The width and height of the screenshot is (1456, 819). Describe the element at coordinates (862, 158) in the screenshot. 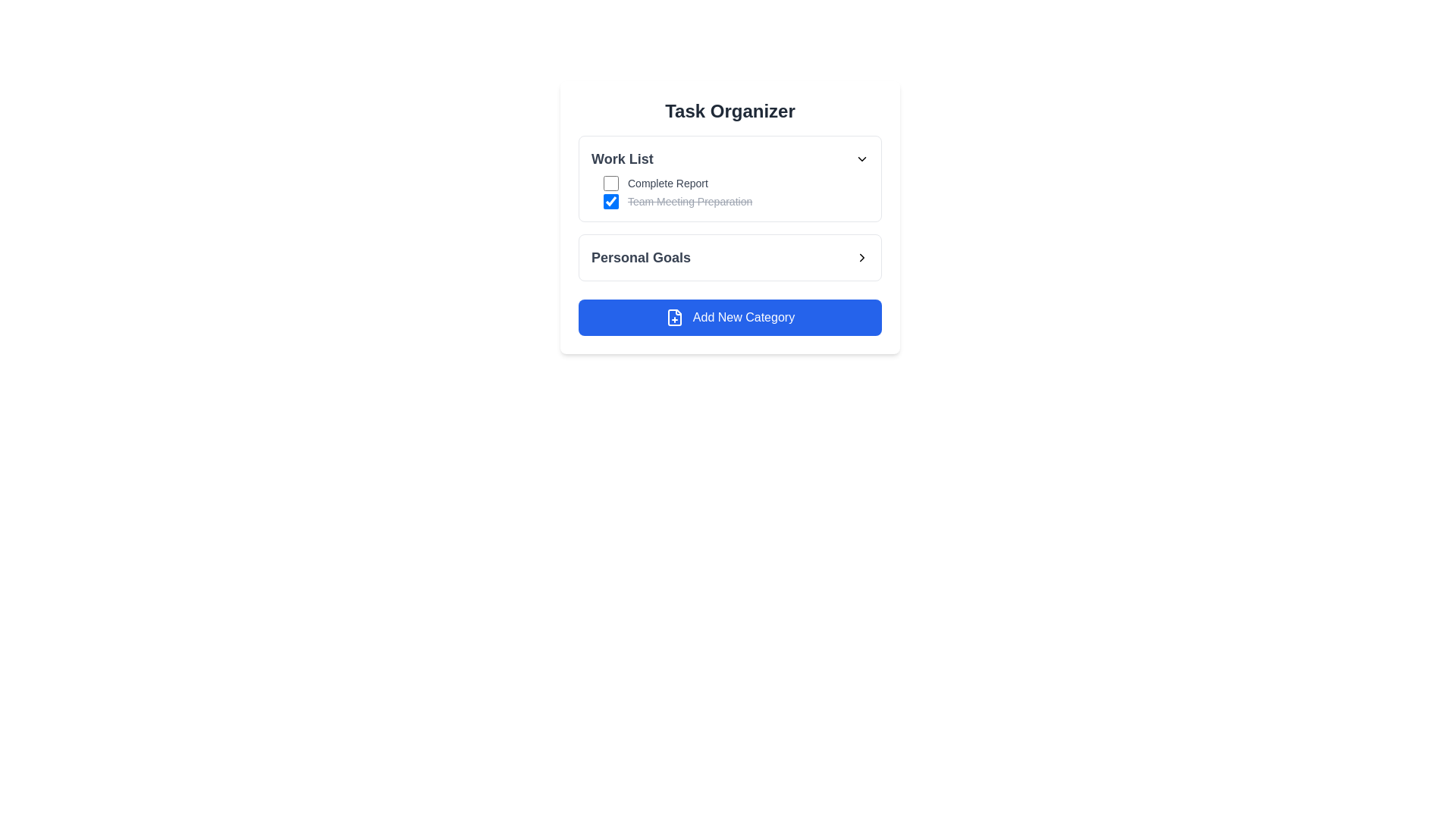

I see `the dropdown toggle button icon` at that location.